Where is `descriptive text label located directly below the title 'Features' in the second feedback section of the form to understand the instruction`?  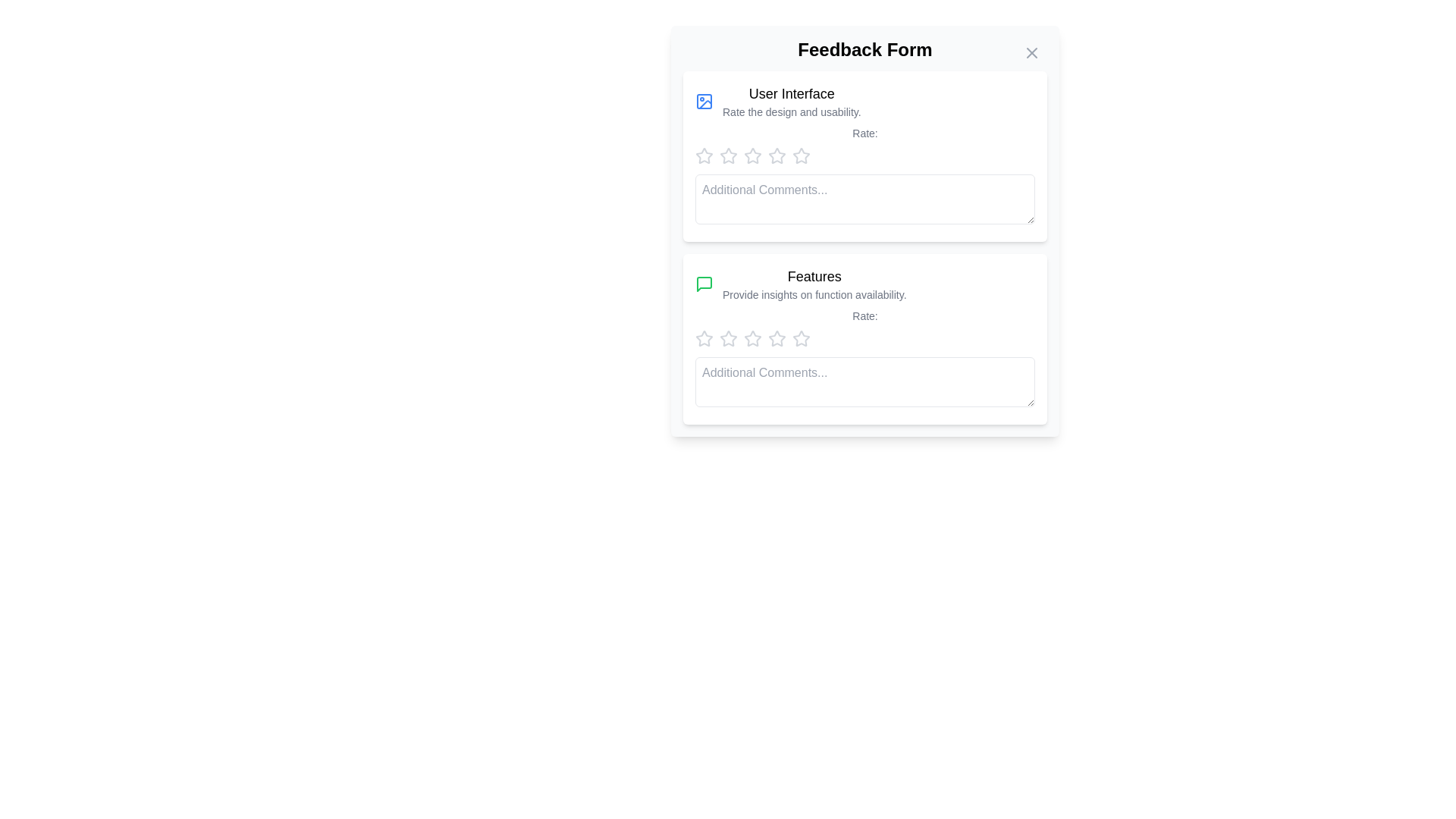 descriptive text label located directly below the title 'Features' in the second feedback section of the form to understand the instruction is located at coordinates (814, 295).